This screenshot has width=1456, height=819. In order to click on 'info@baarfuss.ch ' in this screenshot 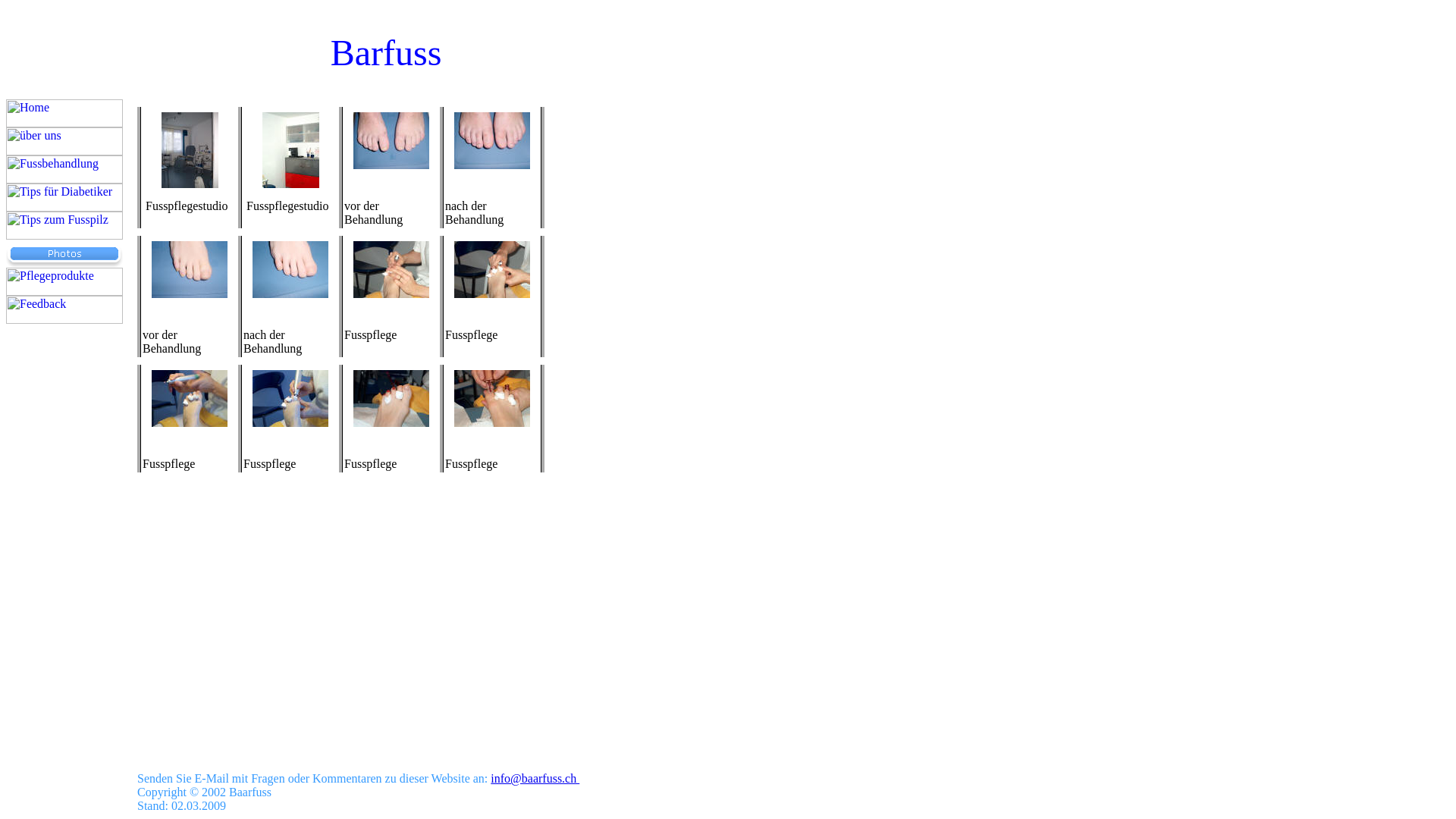, I will do `click(491, 778)`.